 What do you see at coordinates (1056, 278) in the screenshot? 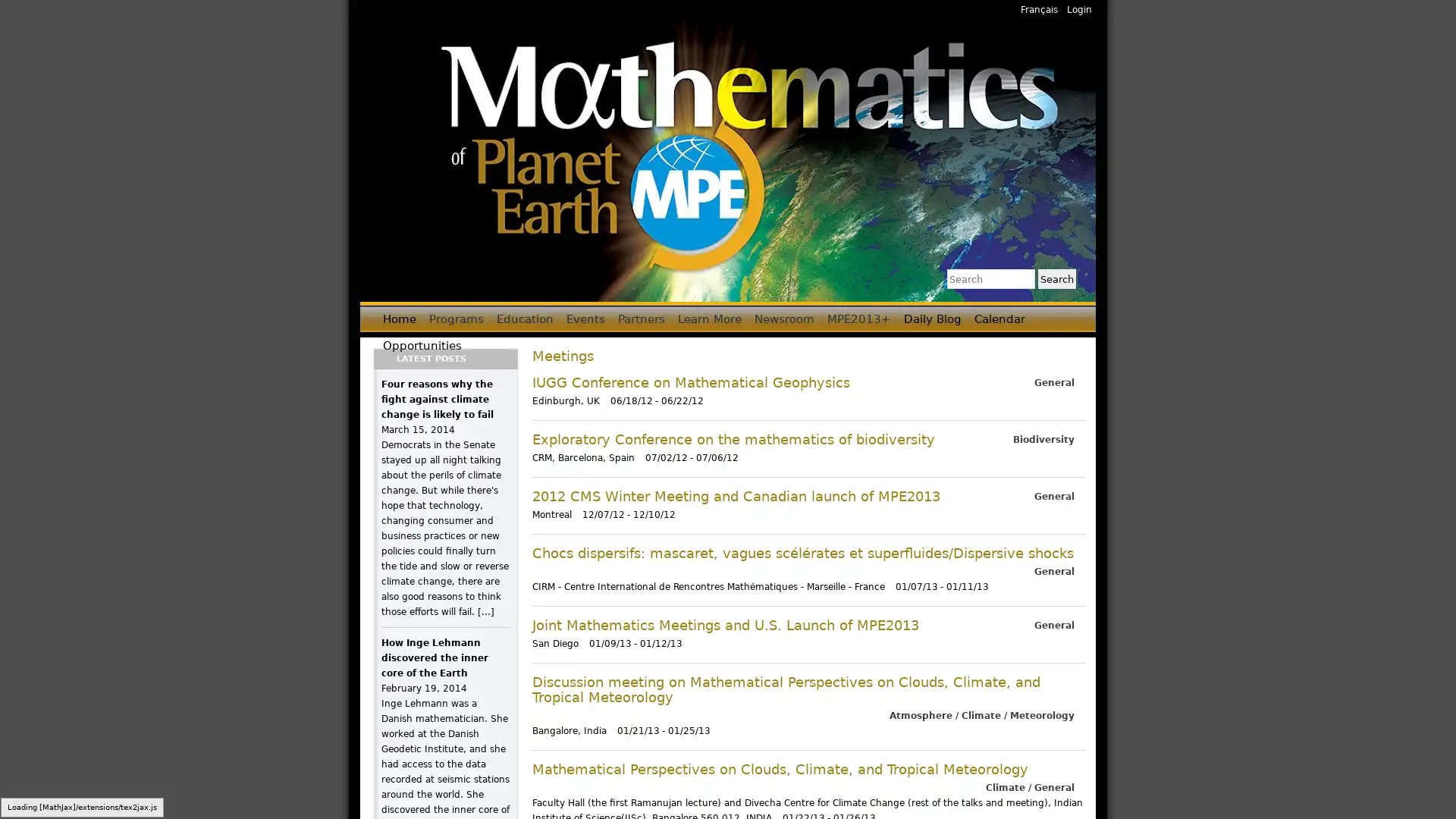
I see `Search` at bounding box center [1056, 278].